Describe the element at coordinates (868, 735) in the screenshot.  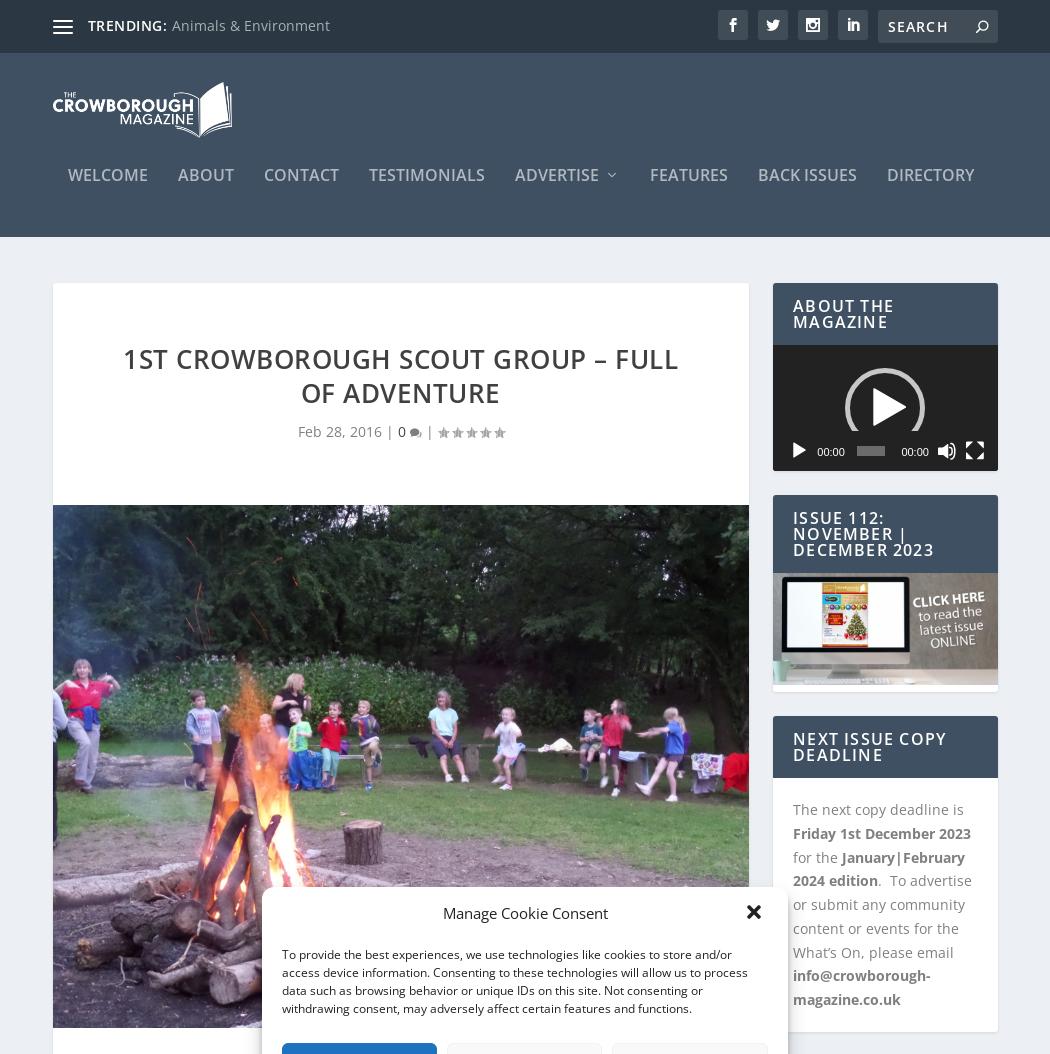
I see `'NEXT ISSUE COPY DEADLINE'` at that location.